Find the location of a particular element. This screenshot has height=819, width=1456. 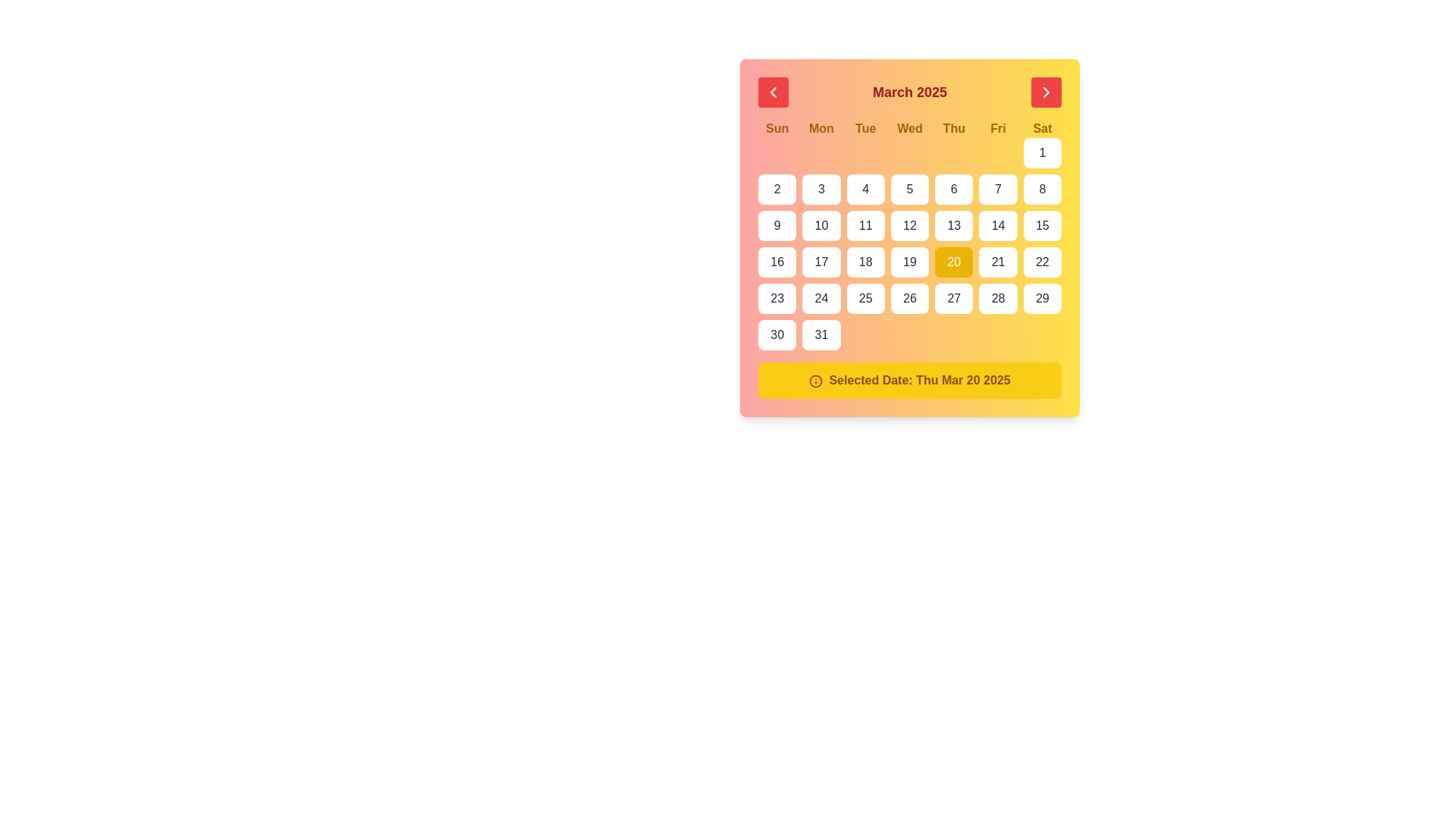

the text label displaying 'March 2025' in bold and red color, located at the top section of the calendar header is located at coordinates (910, 93).